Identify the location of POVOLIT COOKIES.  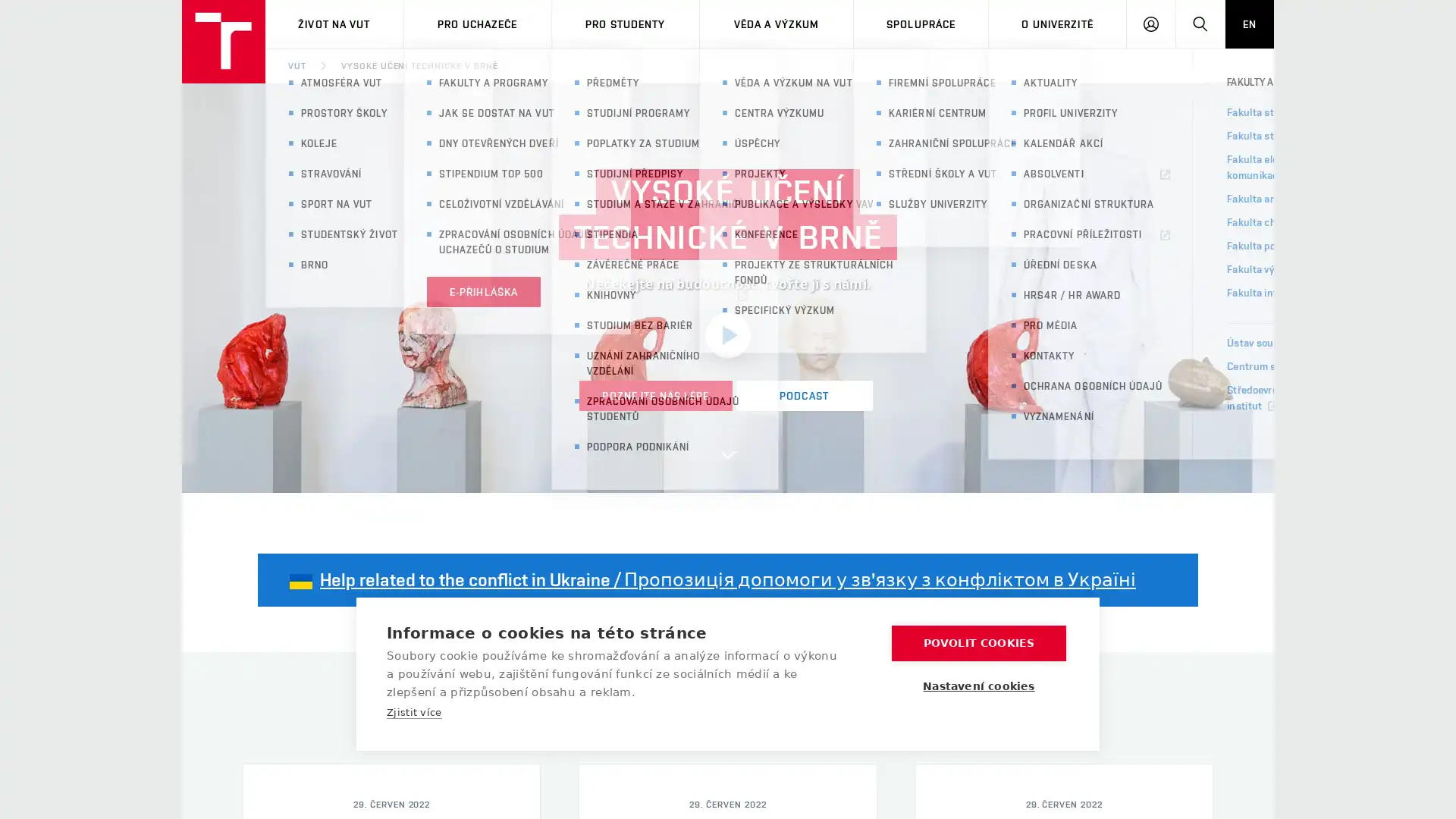
(979, 643).